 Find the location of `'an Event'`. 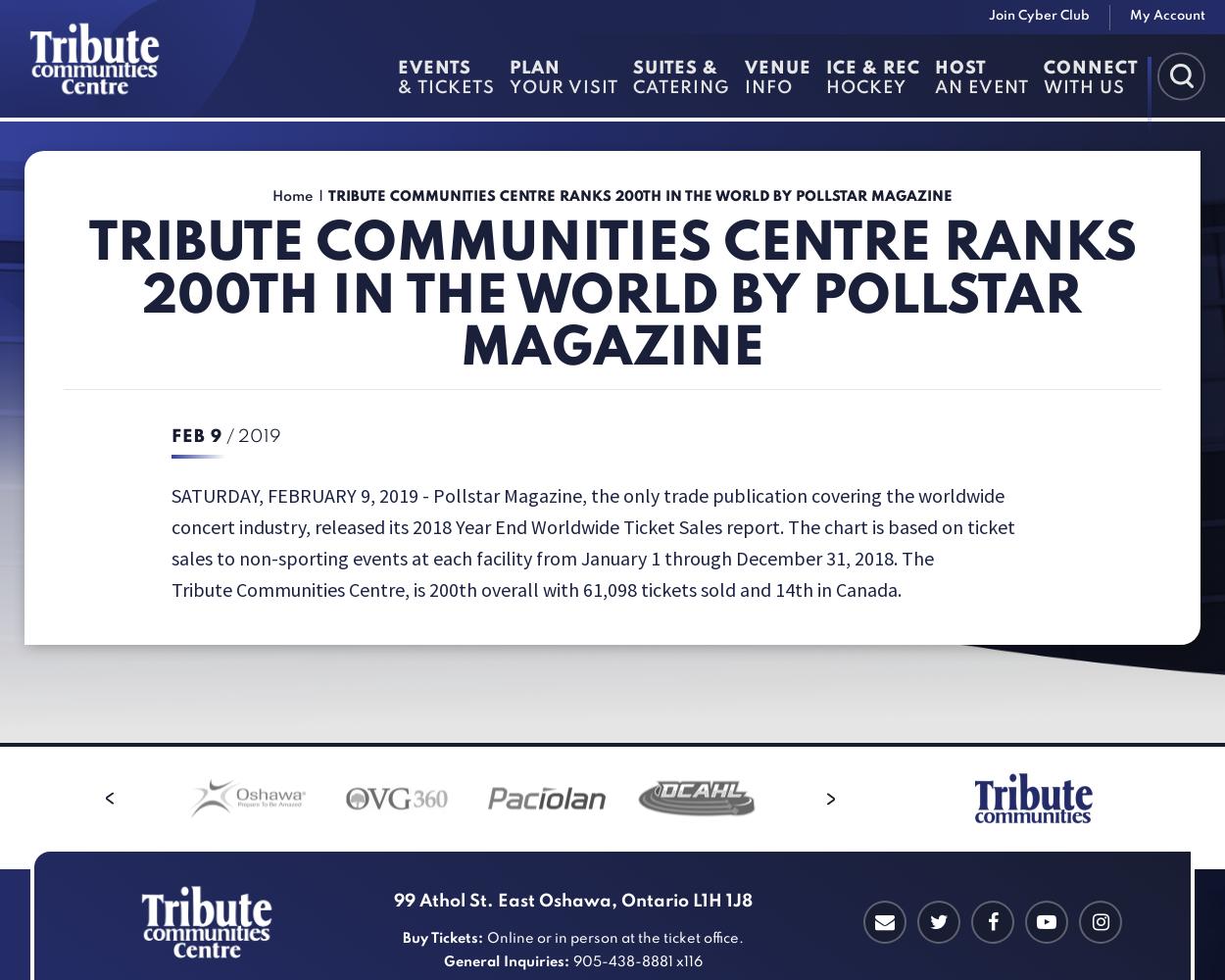

'an Event' is located at coordinates (934, 87).